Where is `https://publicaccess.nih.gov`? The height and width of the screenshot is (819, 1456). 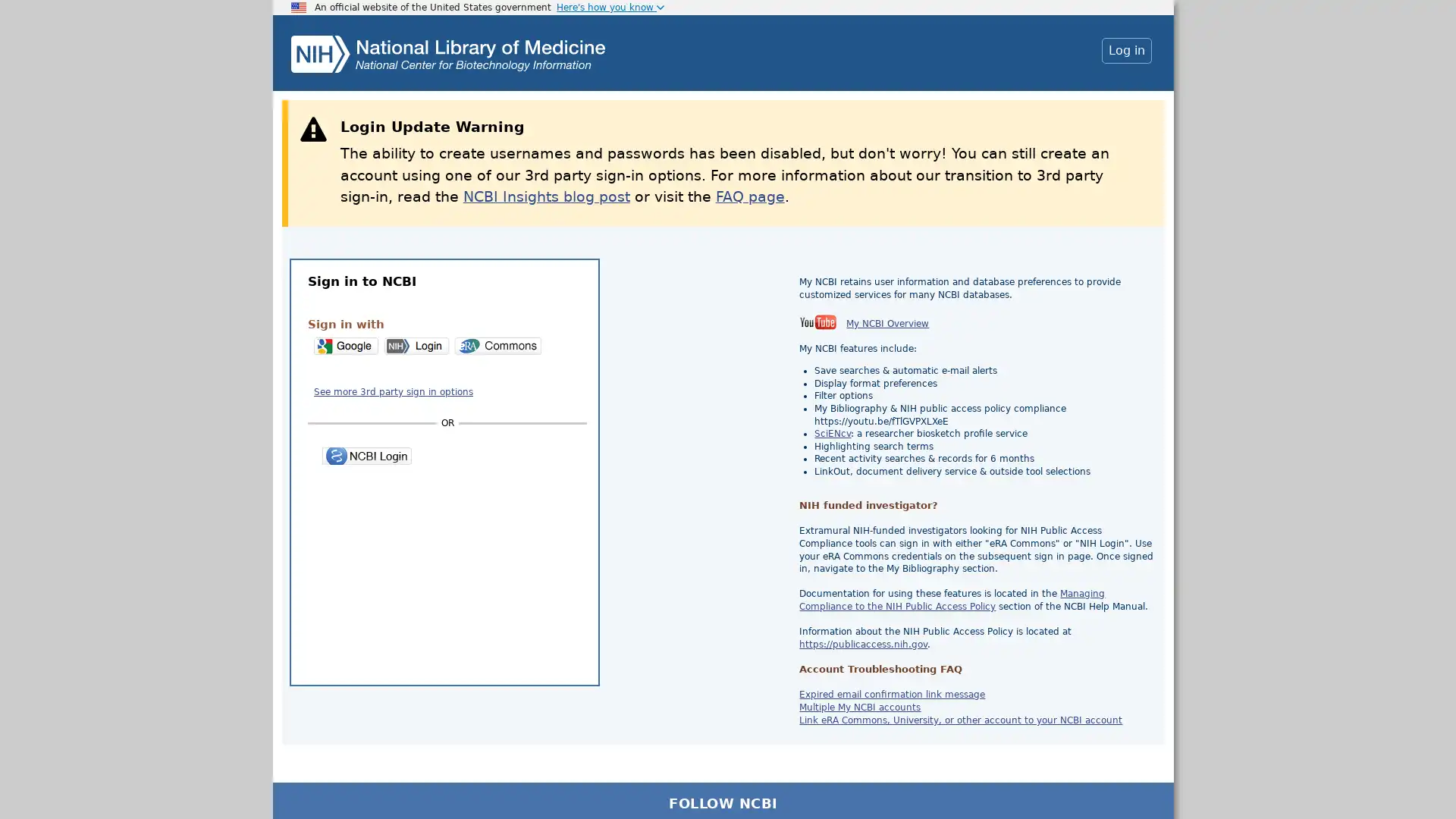 https://publicaccess.nih.gov is located at coordinates (863, 643).